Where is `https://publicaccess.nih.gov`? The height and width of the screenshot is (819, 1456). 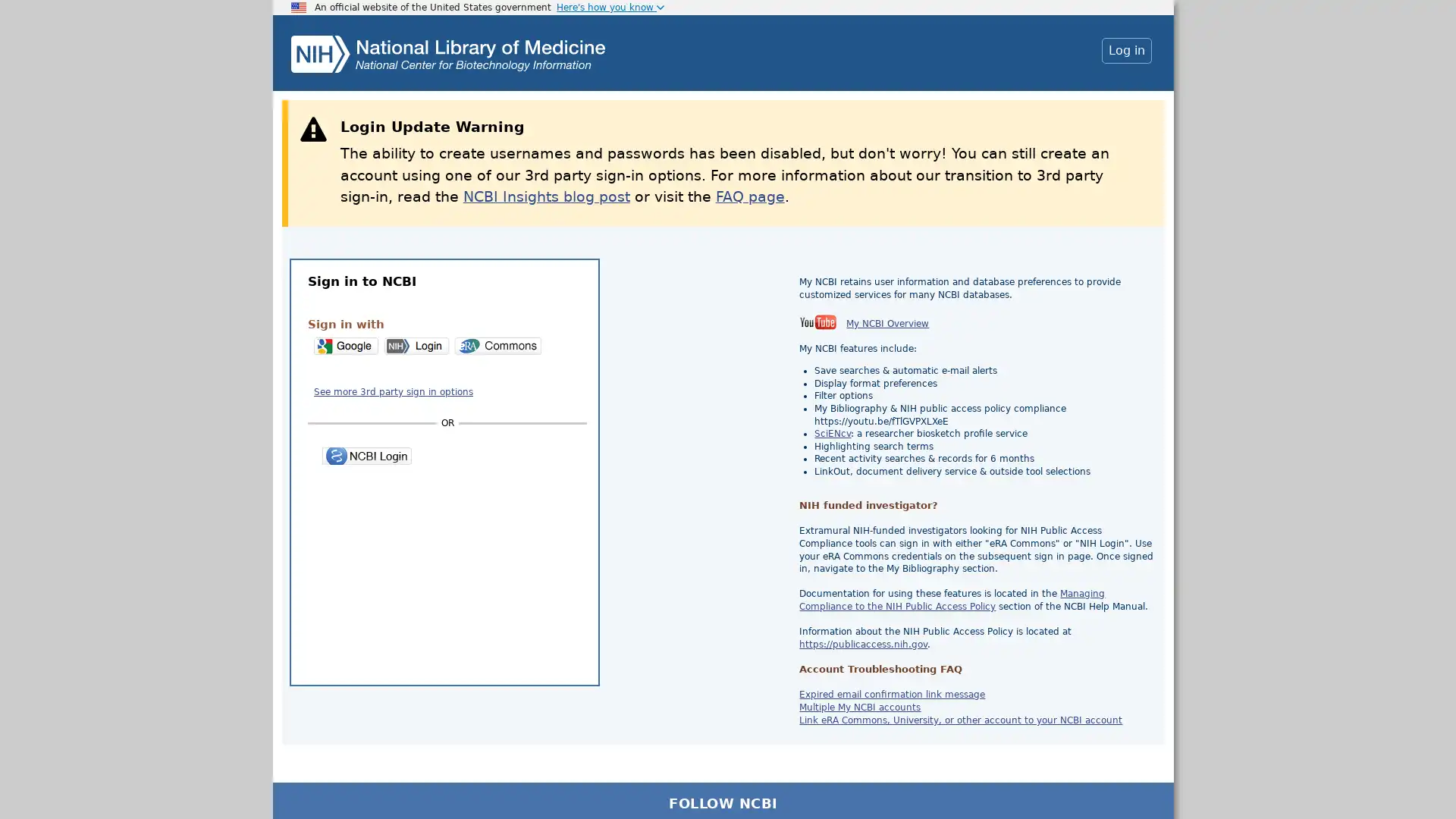 https://publicaccess.nih.gov is located at coordinates (863, 643).